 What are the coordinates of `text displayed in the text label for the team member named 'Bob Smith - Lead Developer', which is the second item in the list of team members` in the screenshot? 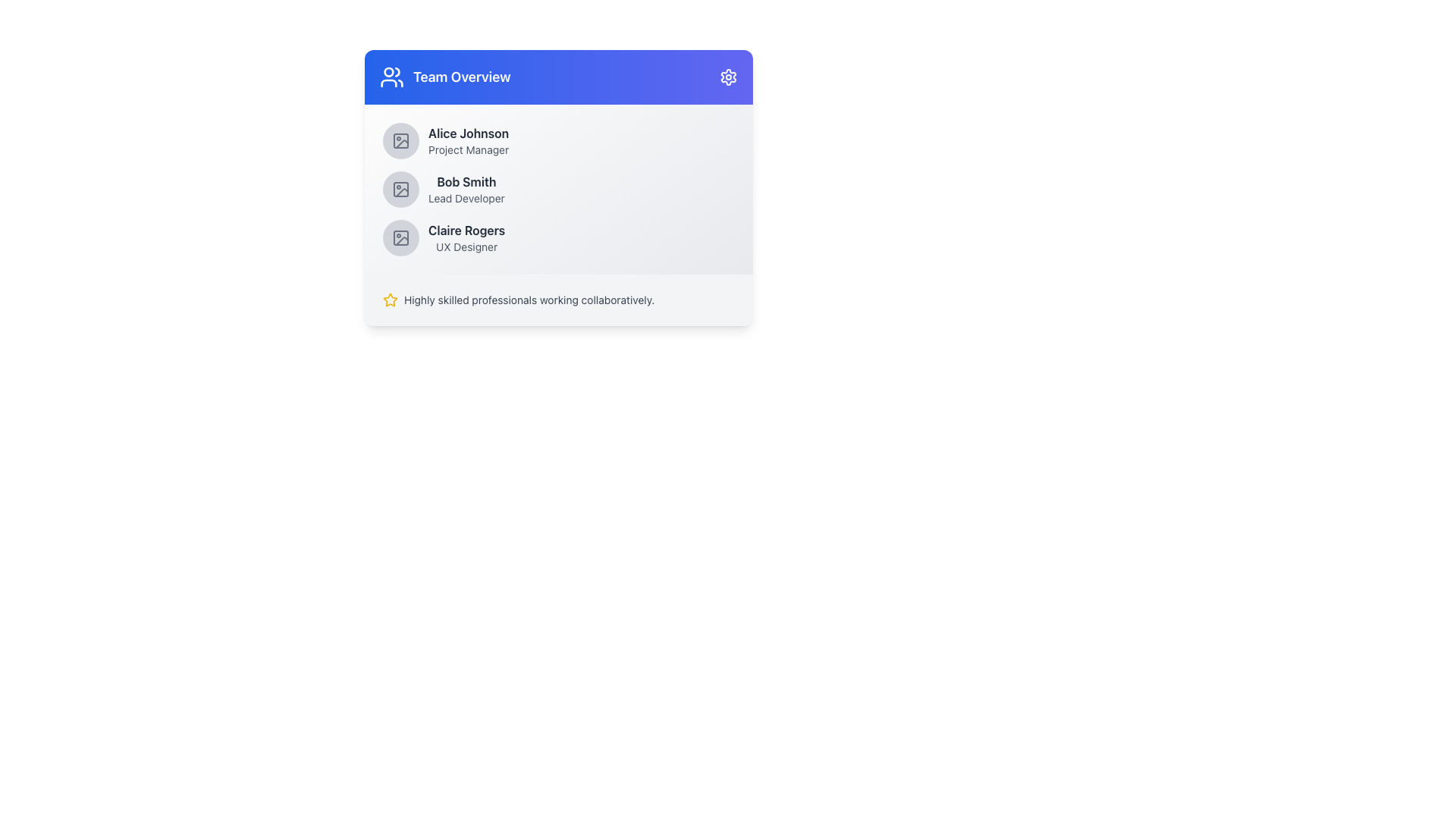 It's located at (466, 189).